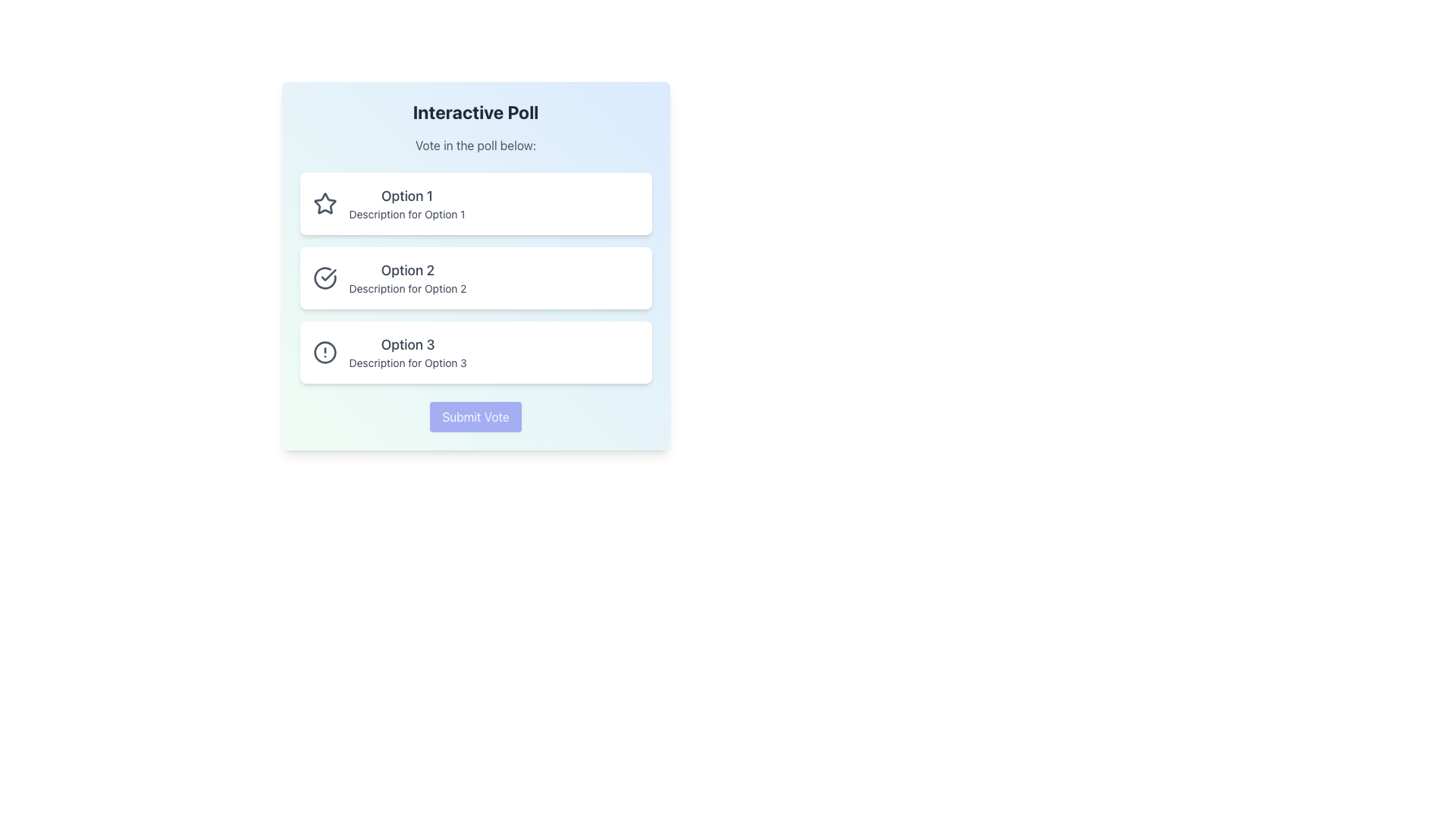  Describe the element at coordinates (324, 203) in the screenshot. I see `the star icon outlined in gray, which is the first element on the left within the rectangular area containing the text 'Option 1 Description for Option 1'` at that location.